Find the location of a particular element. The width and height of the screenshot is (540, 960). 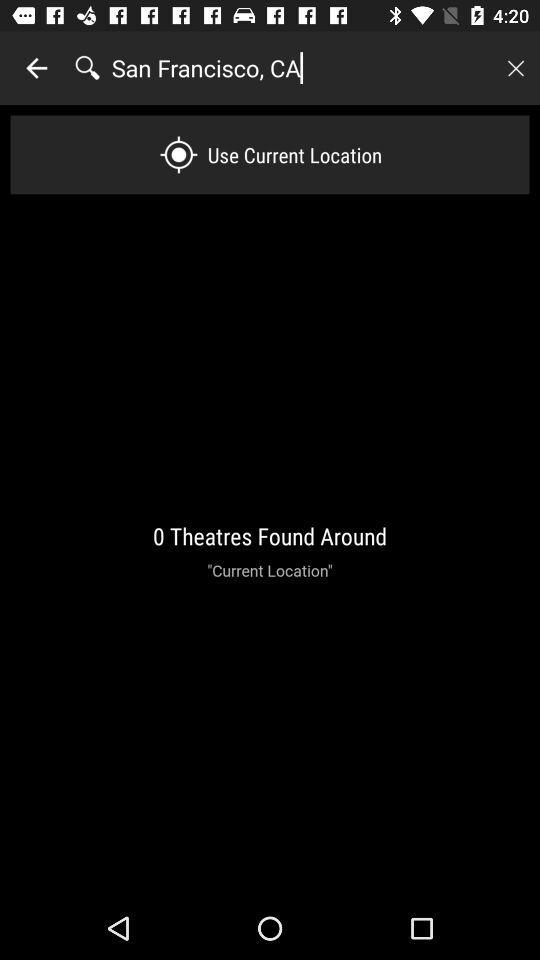

the icon above use current location is located at coordinates (300, 68).